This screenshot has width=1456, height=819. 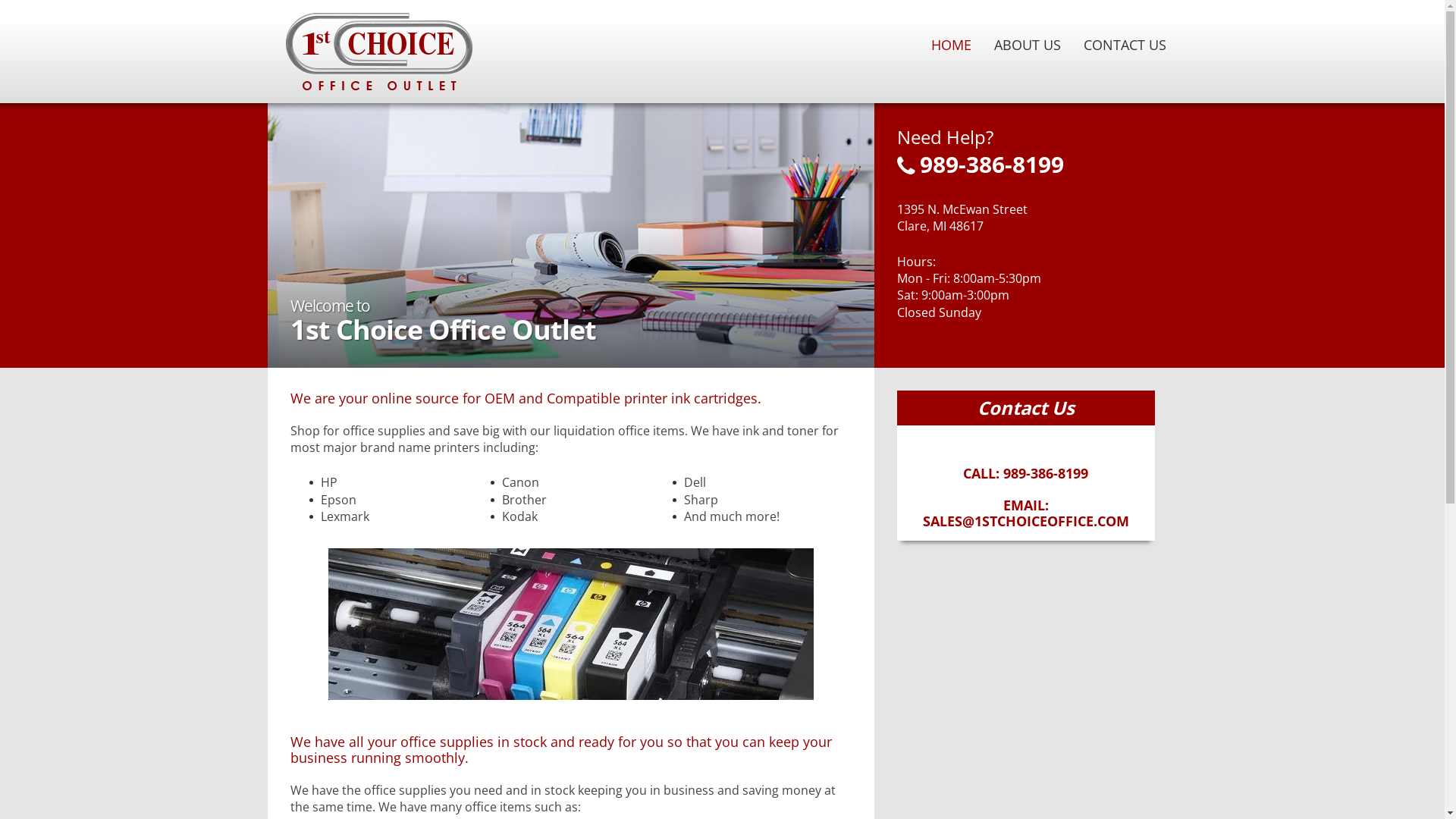 What do you see at coordinates (983, 43) in the screenshot?
I see `'ABOUT US'` at bounding box center [983, 43].